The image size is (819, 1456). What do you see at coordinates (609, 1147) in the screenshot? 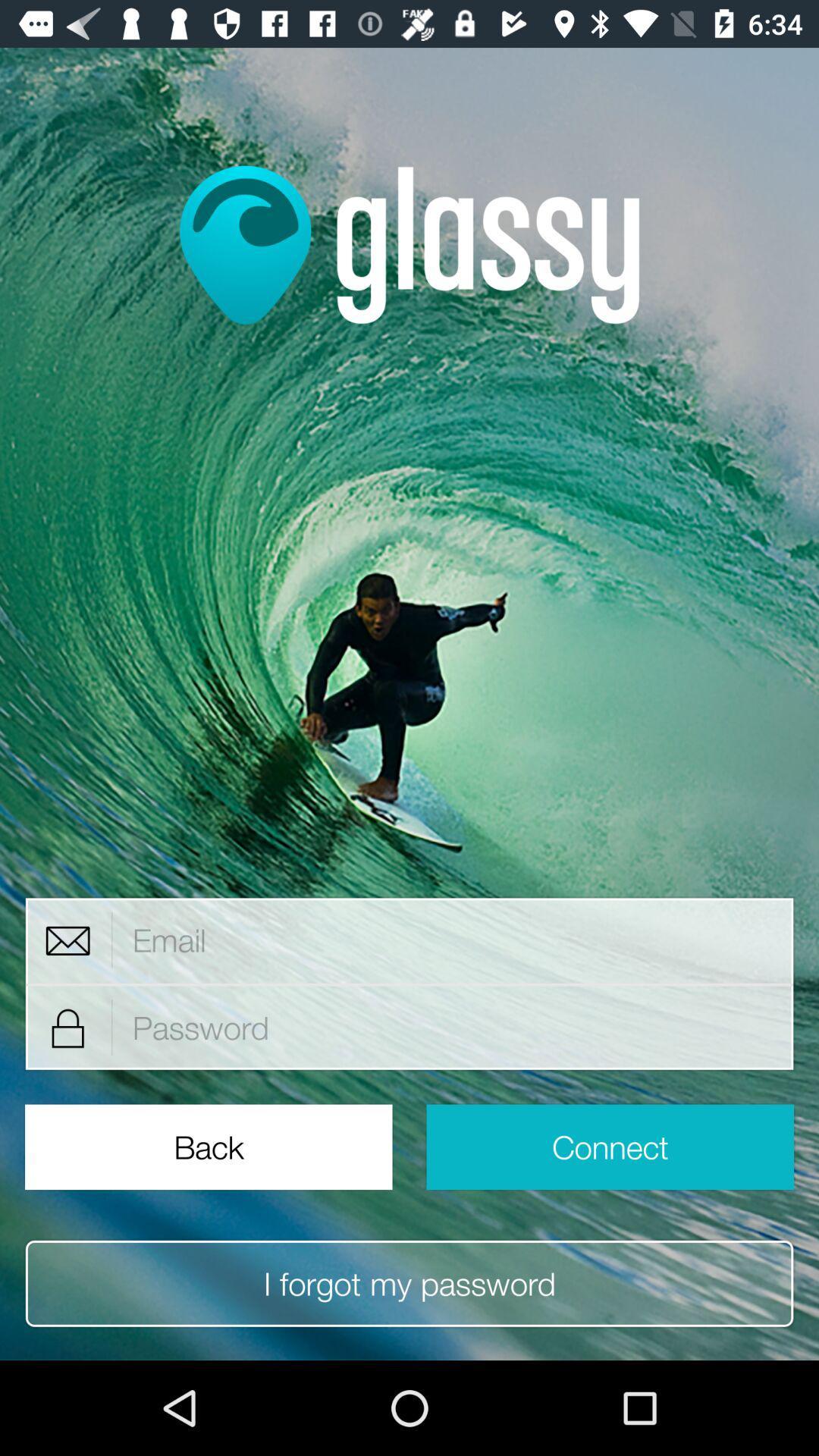
I see `item next to the back icon` at bounding box center [609, 1147].